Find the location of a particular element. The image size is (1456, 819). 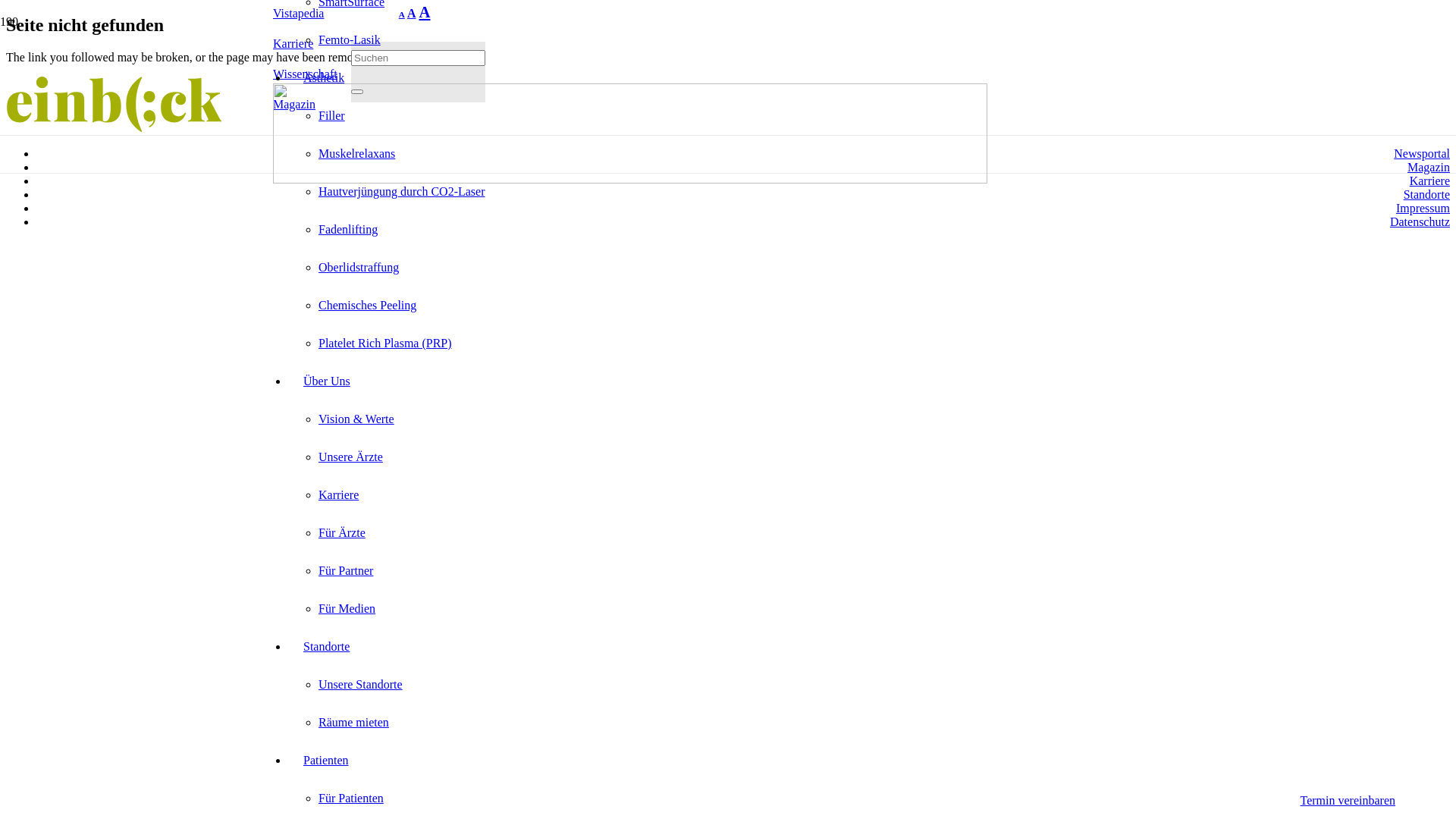

'Oberlidstraffung' is located at coordinates (358, 266).